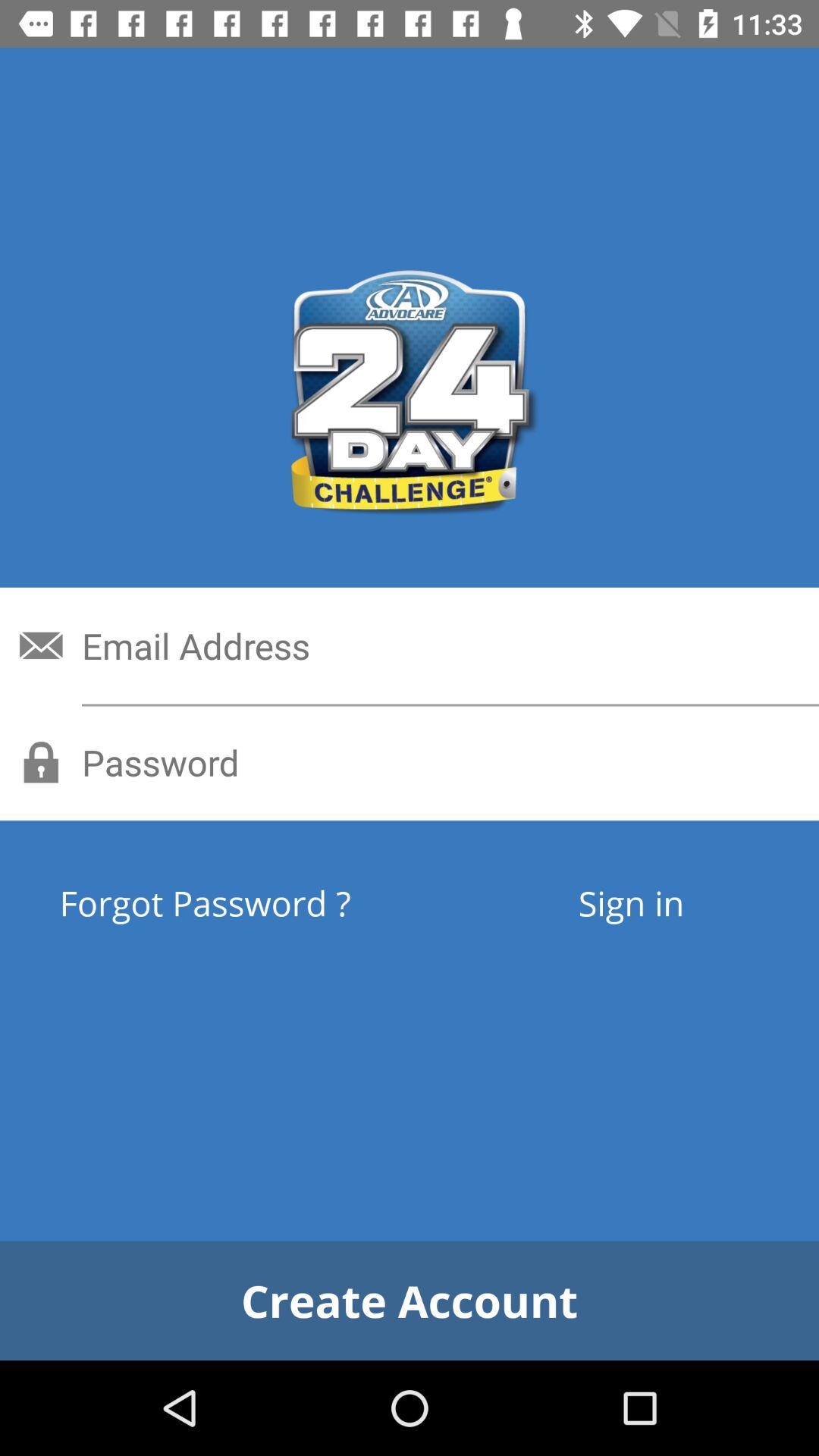  I want to click on the item to the left of sign in item, so click(260, 902).